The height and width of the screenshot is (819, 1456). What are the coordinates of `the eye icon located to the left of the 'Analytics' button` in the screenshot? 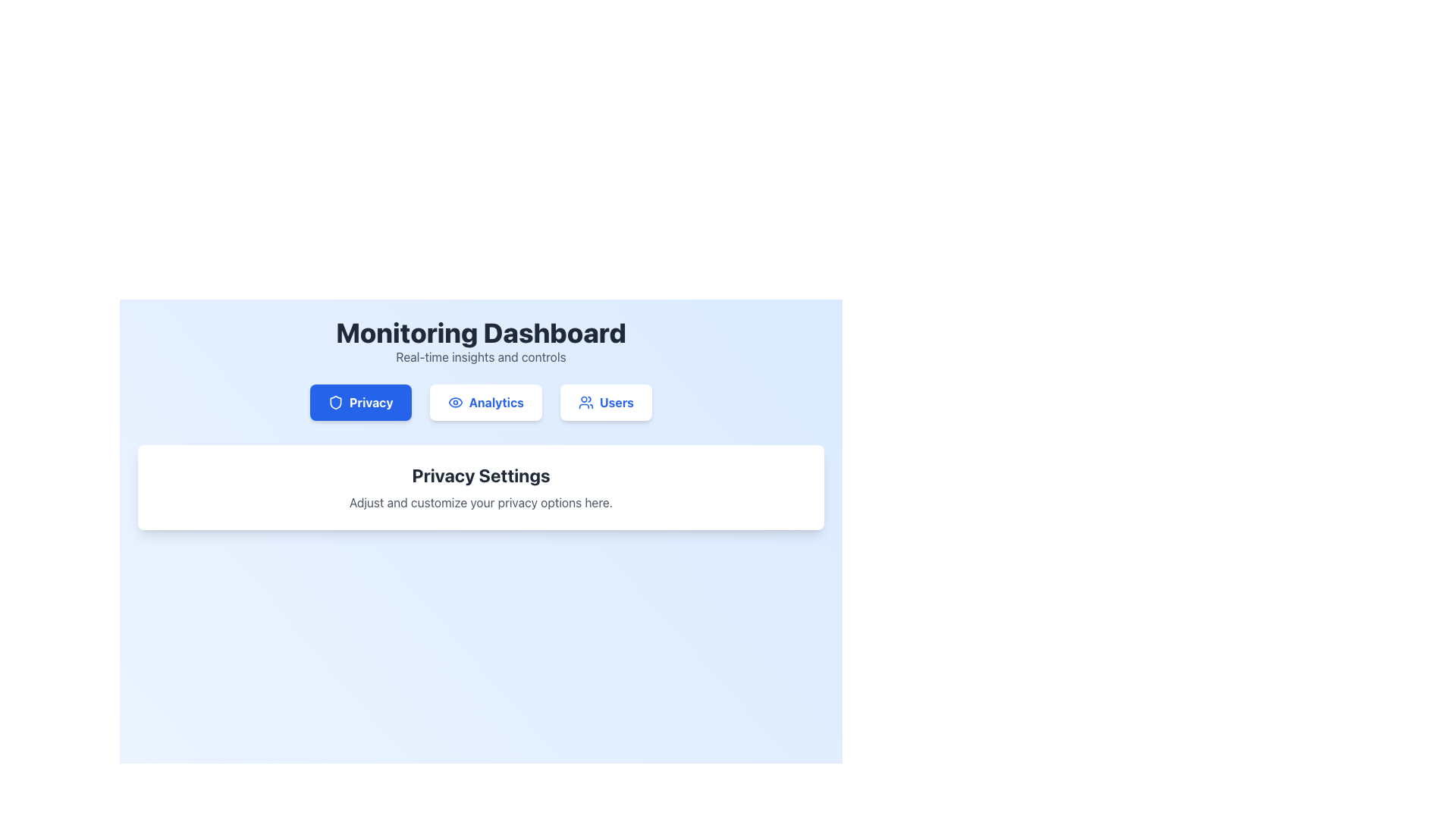 It's located at (454, 402).